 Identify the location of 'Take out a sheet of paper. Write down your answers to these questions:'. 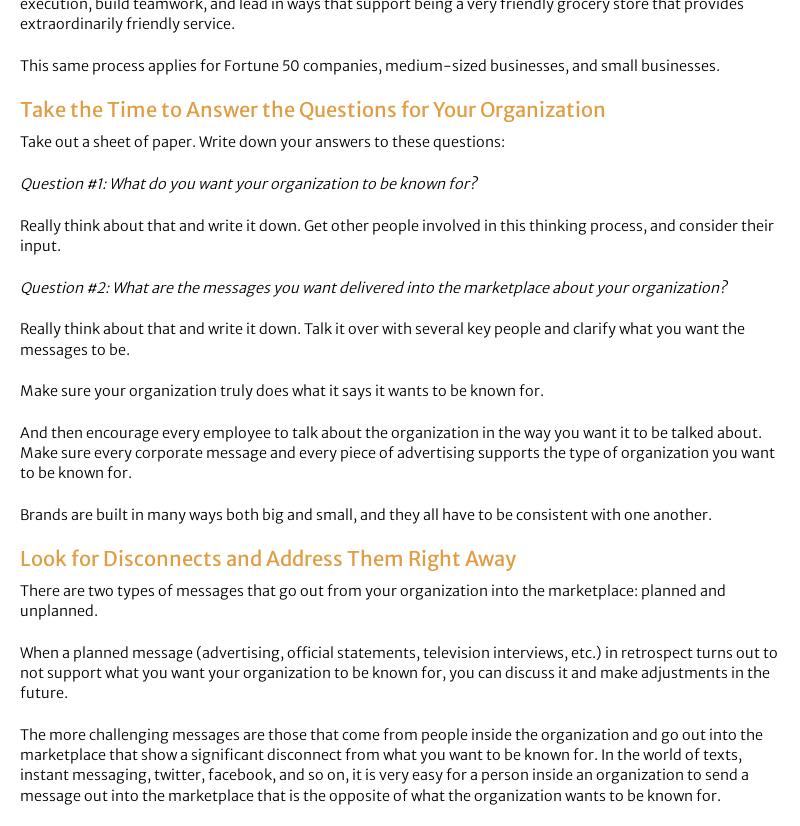
(261, 141).